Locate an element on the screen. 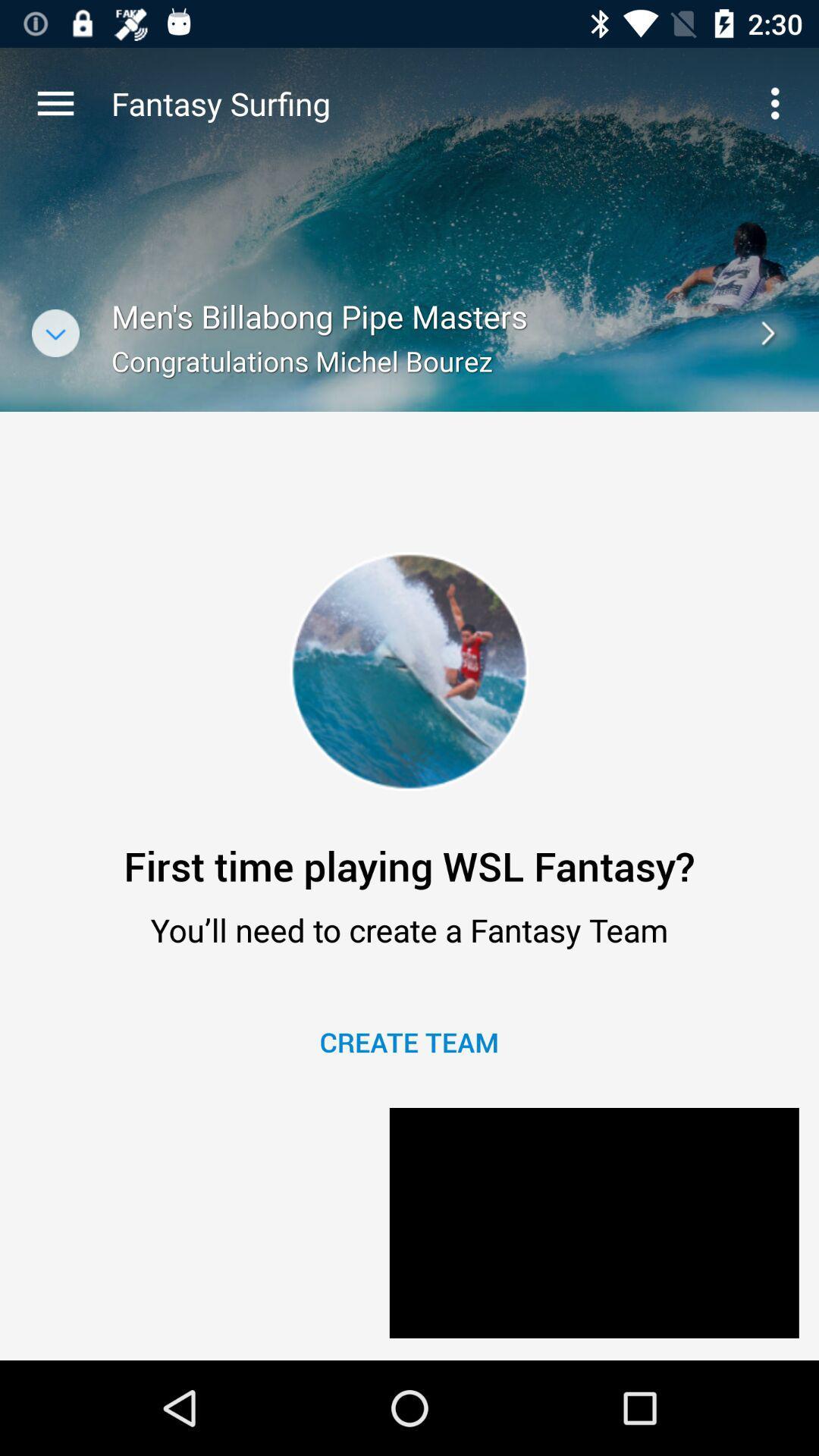 The height and width of the screenshot is (1456, 819). more info is located at coordinates (55, 332).